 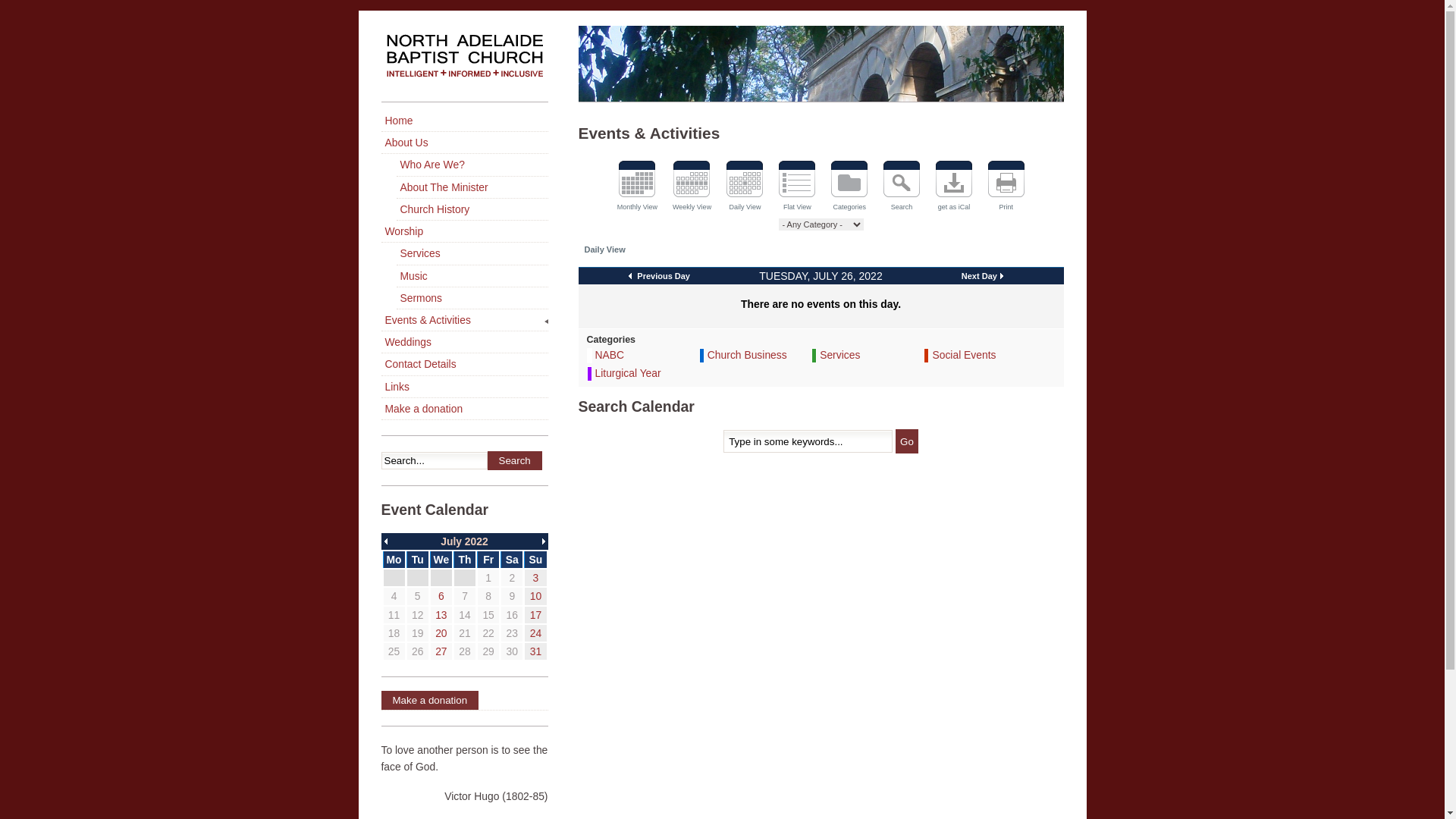 I want to click on 'Categories', so click(x=849, y=187).